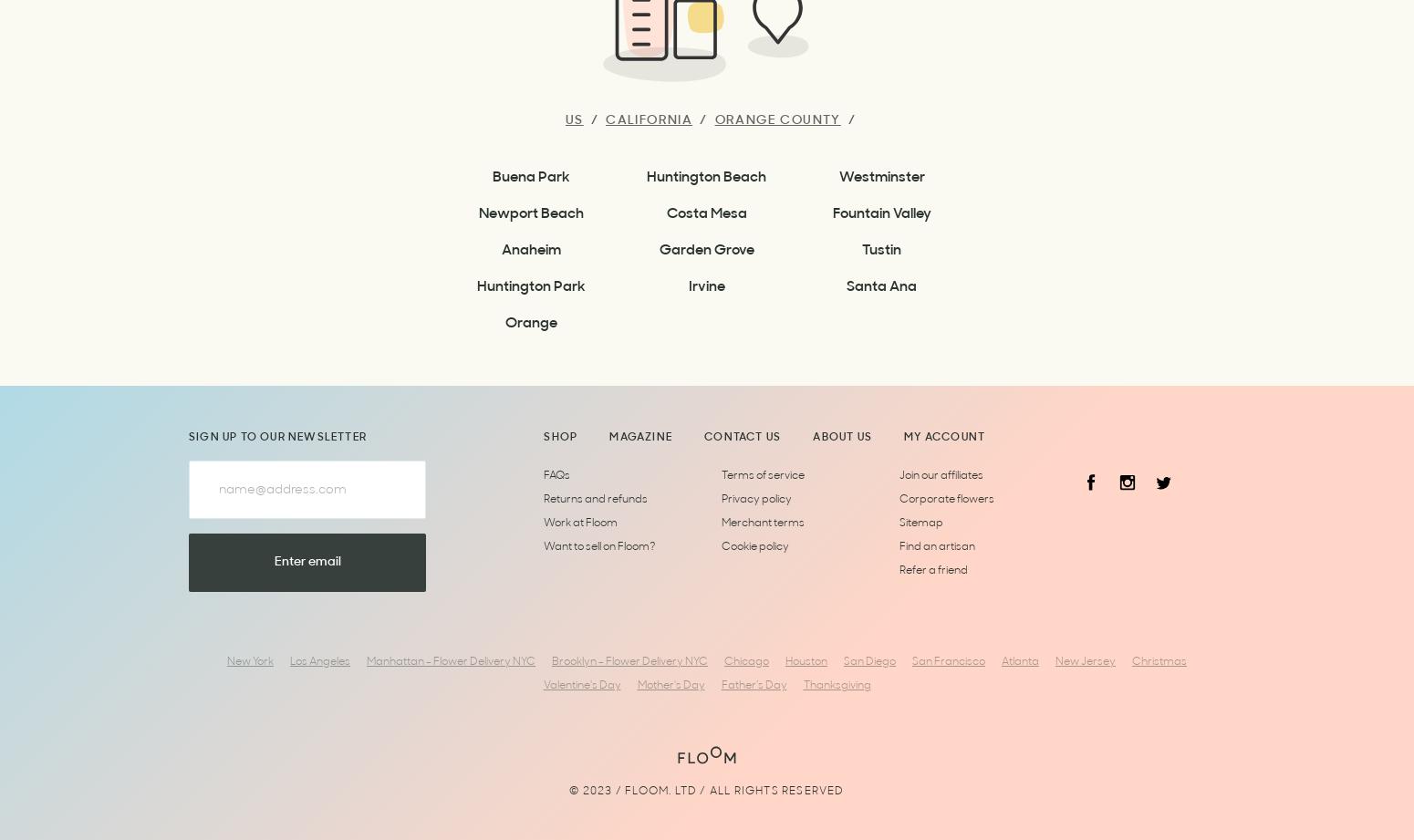 The height and width of the screenshot is (840, 1414). Describe the element at coordinates (706, 213) in the screenshot. I see `'Costa Mesa'` at that location.